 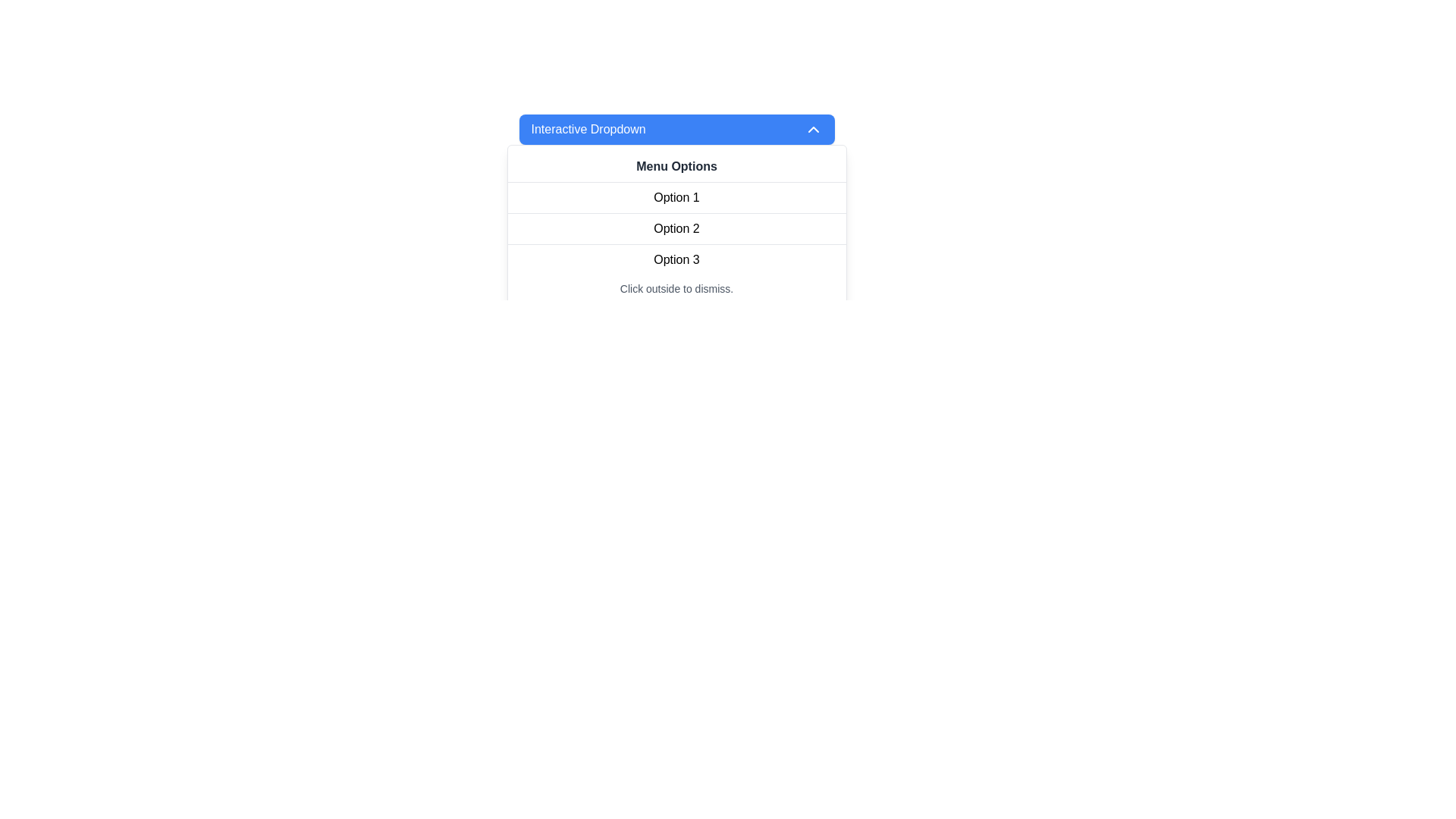 I want to click on the options in the dropdown list located below 'Menu Options' and above 'Click outside to dismiss.', so click(x=676, y=228).